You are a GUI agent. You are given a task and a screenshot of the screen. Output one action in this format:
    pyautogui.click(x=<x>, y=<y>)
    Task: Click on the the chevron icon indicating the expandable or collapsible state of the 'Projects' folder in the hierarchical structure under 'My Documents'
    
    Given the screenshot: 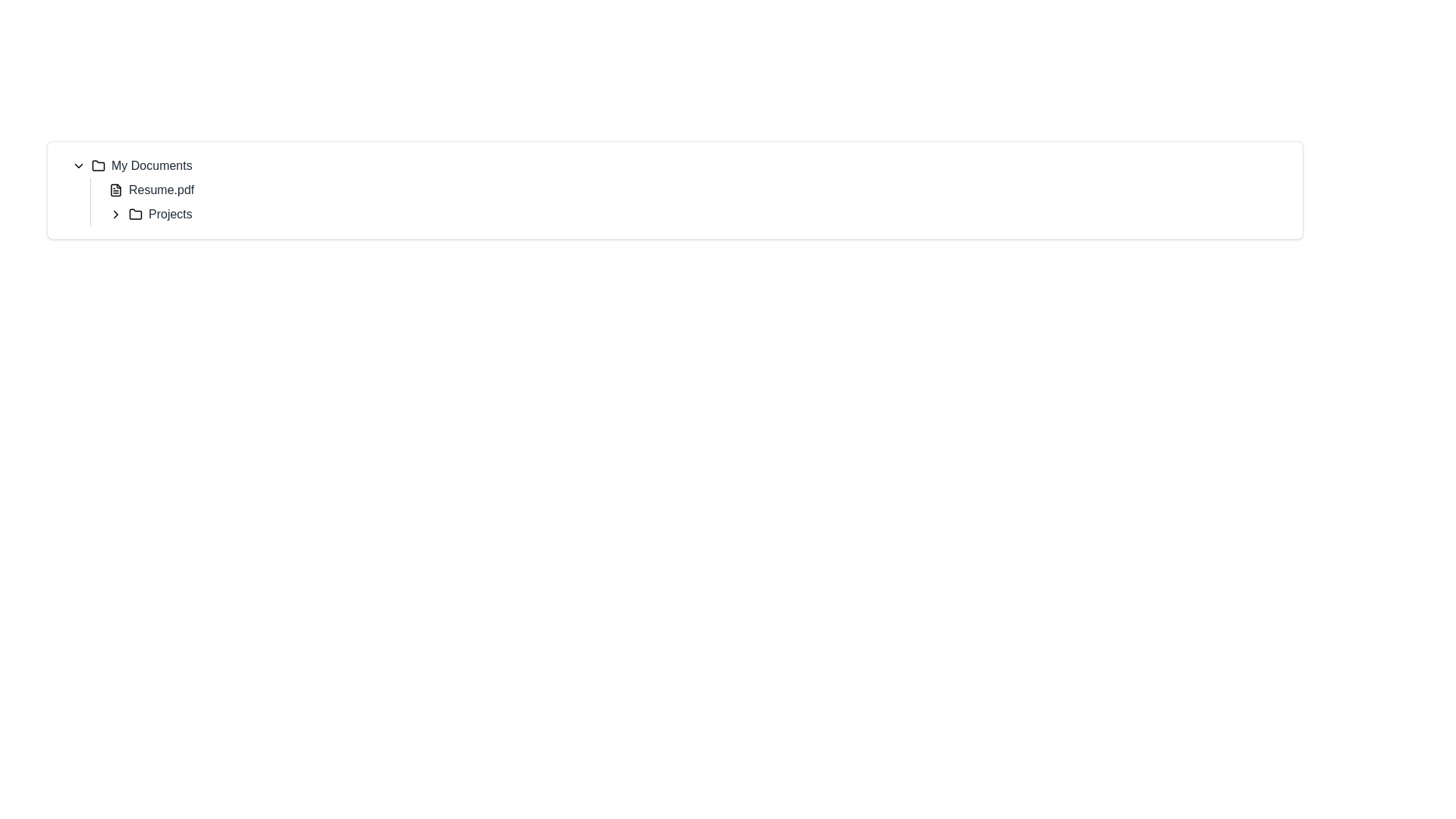 What is the action you would take?
    pyautogui.click(x=115, y=214)
    